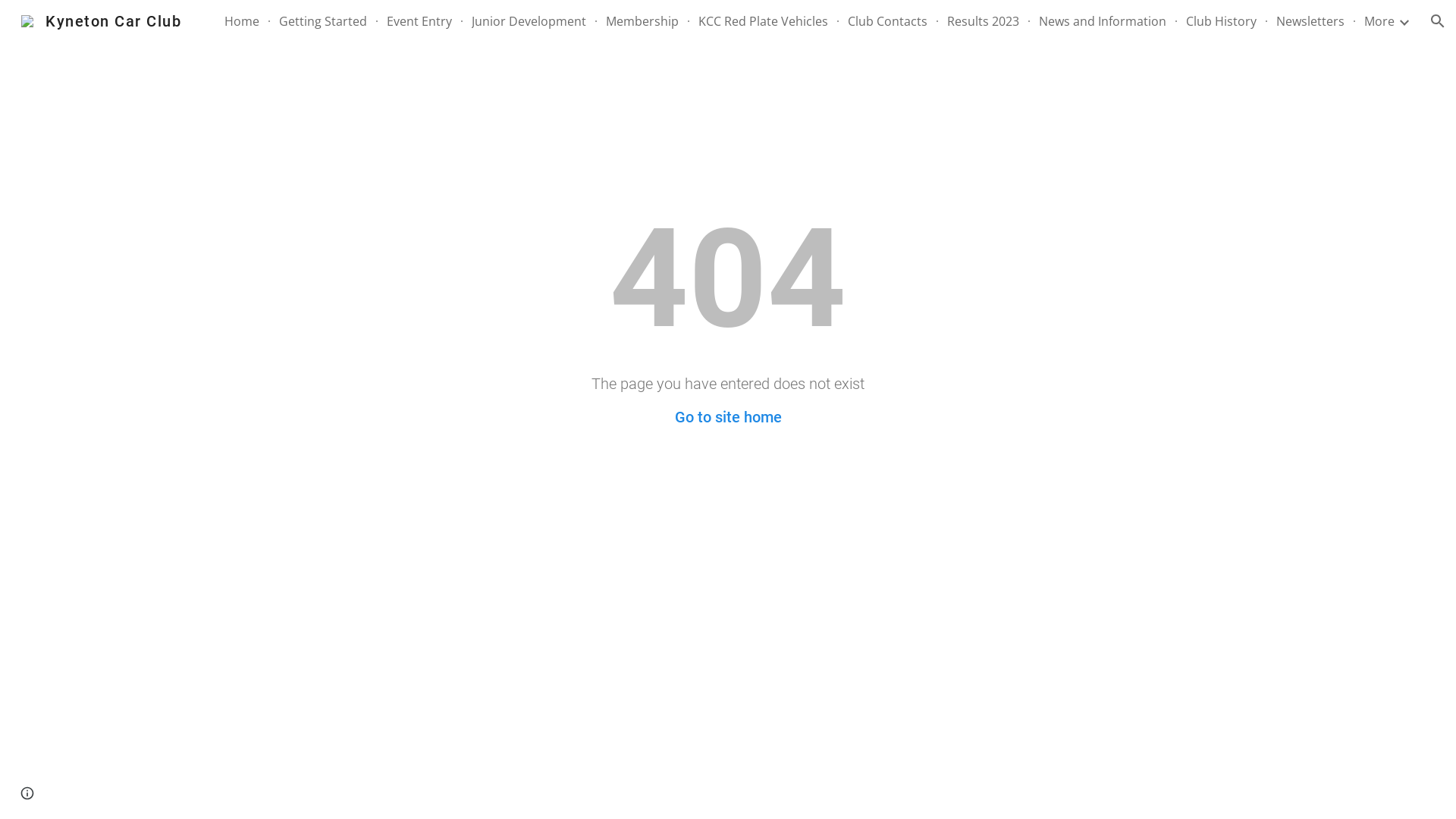 The height and width of the screenshot is (819, 1456). Describe the element at coordinates (887, 20) in the screenshot. I see `'Club Contacts'` at that location.